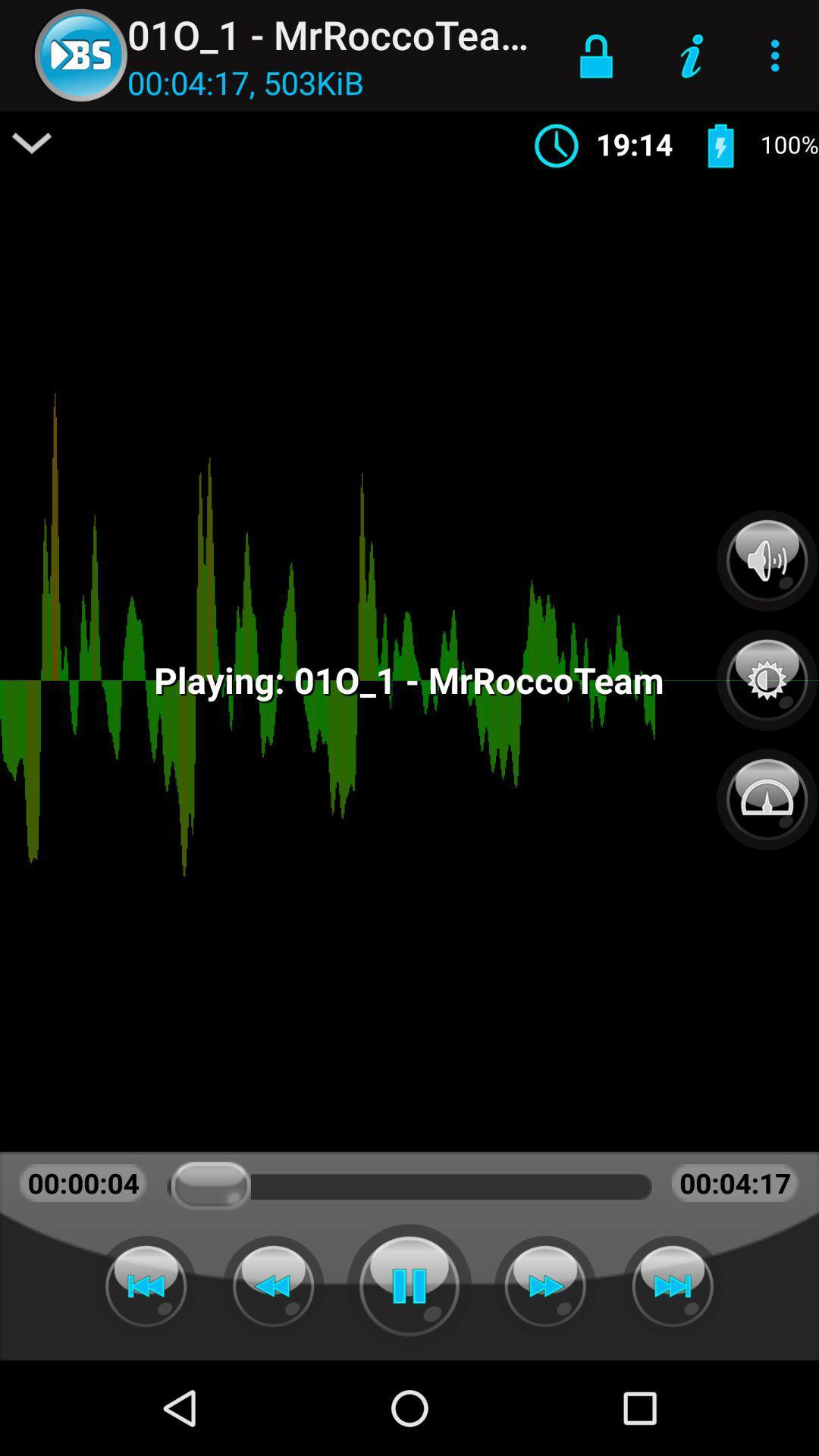 Image resolution: width=819 pixels, height=1456 pixels. I want to click on setting button, so click(767, 671).